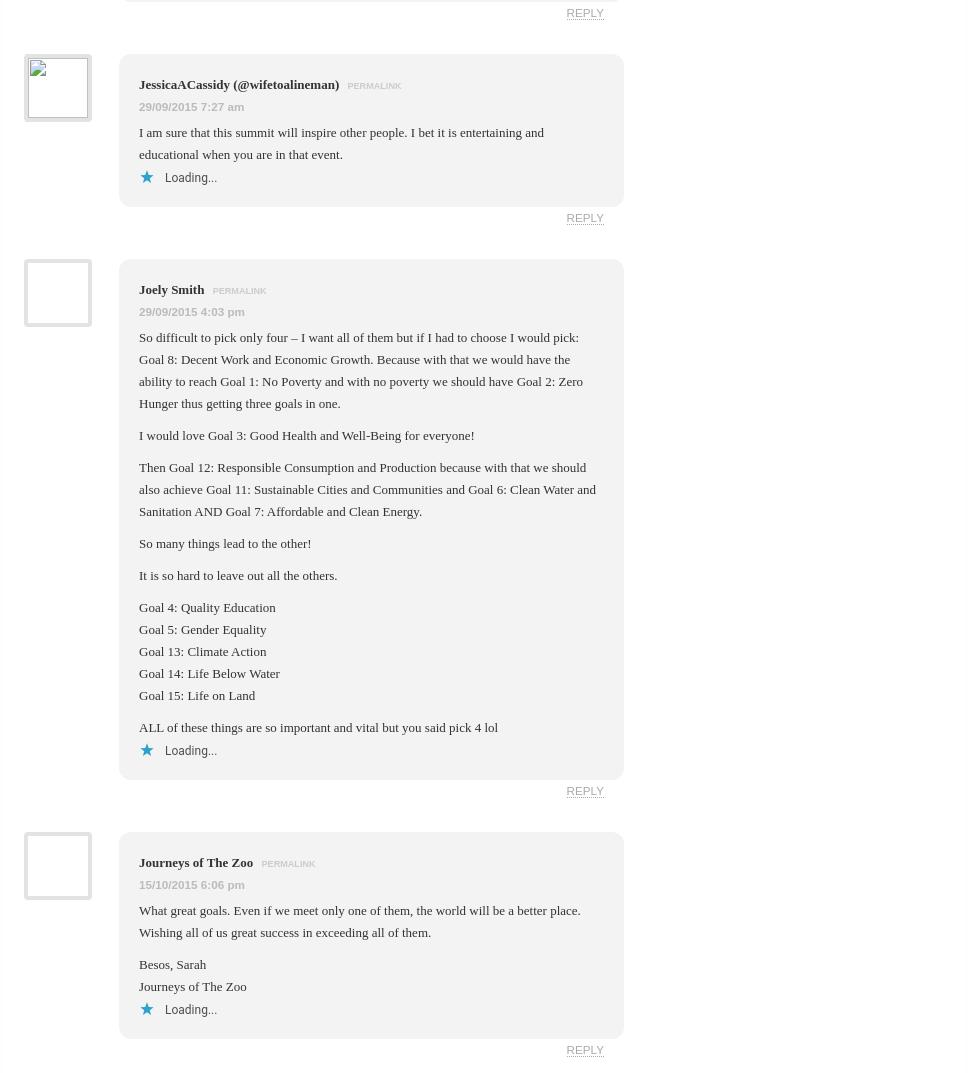 The image size is (968, 1073). Describe the element at coordinates (191, 882) in the screenshot. I see `'15/10/2015 6:06 pm'` at that location.